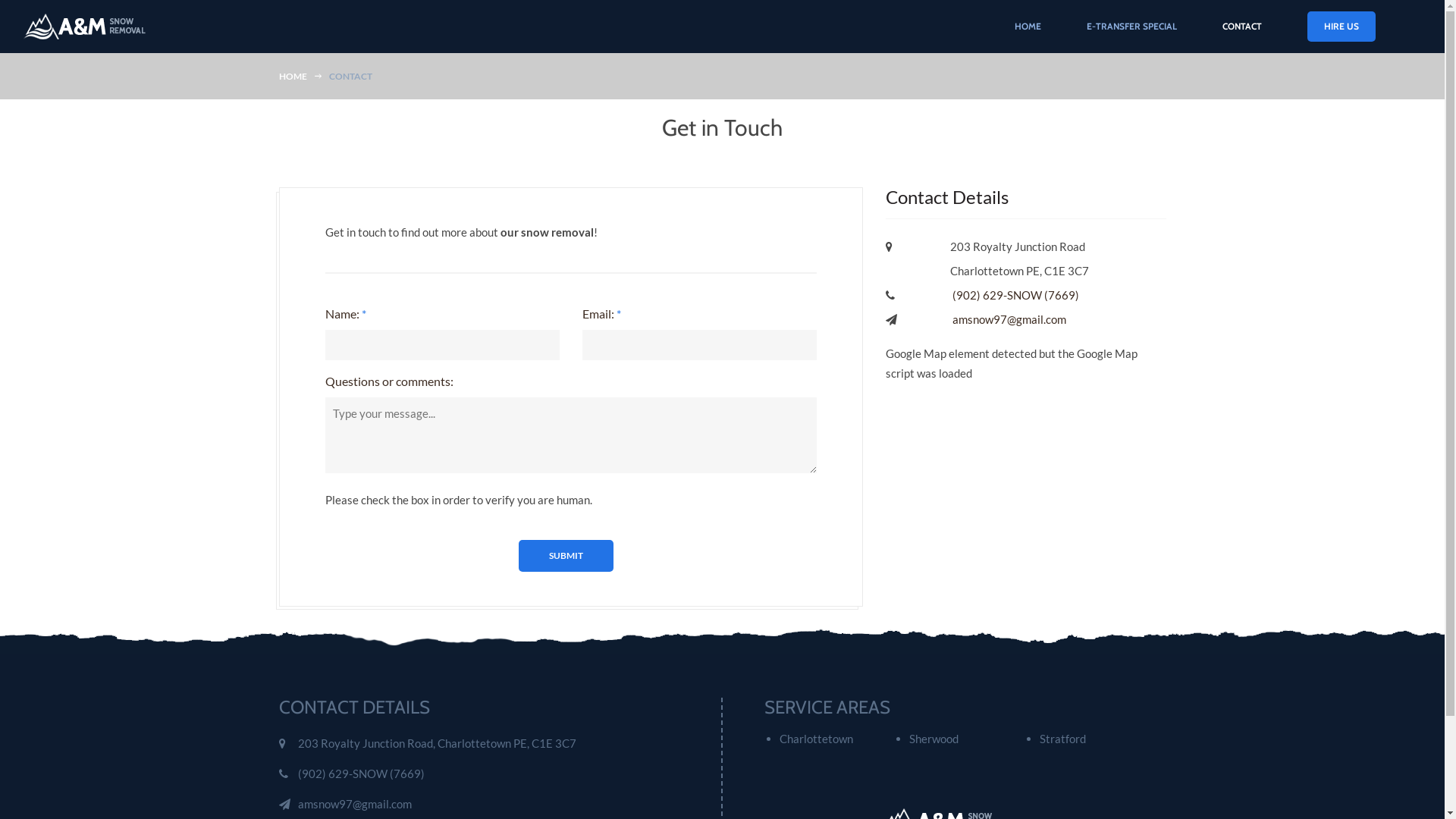  Describe the element at coordinates (1306, 26) in the screenshot. I see `'HIRE US'` at that location.